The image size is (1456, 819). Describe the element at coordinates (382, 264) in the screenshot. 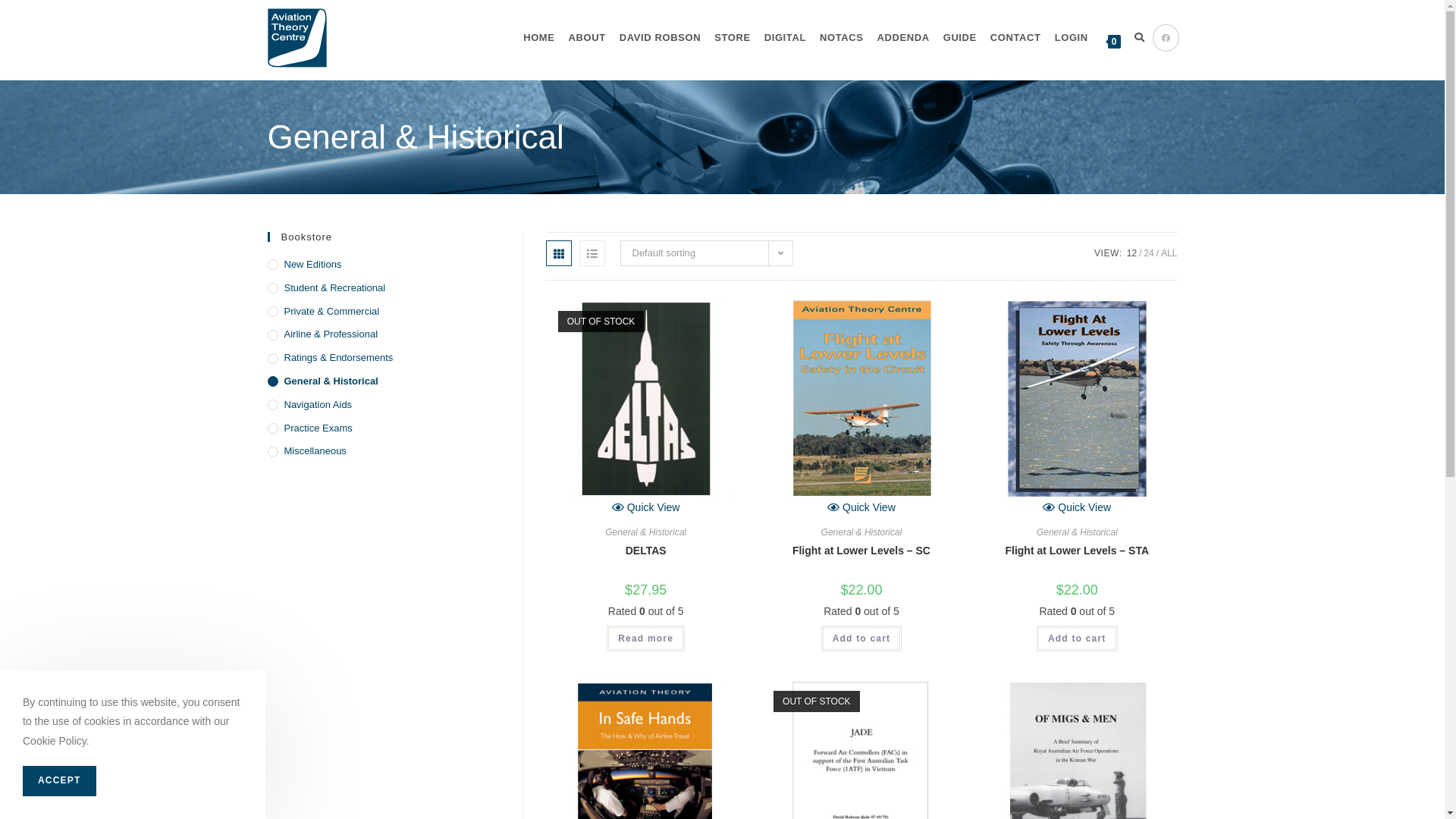

I see `'New Editions'` at that location.